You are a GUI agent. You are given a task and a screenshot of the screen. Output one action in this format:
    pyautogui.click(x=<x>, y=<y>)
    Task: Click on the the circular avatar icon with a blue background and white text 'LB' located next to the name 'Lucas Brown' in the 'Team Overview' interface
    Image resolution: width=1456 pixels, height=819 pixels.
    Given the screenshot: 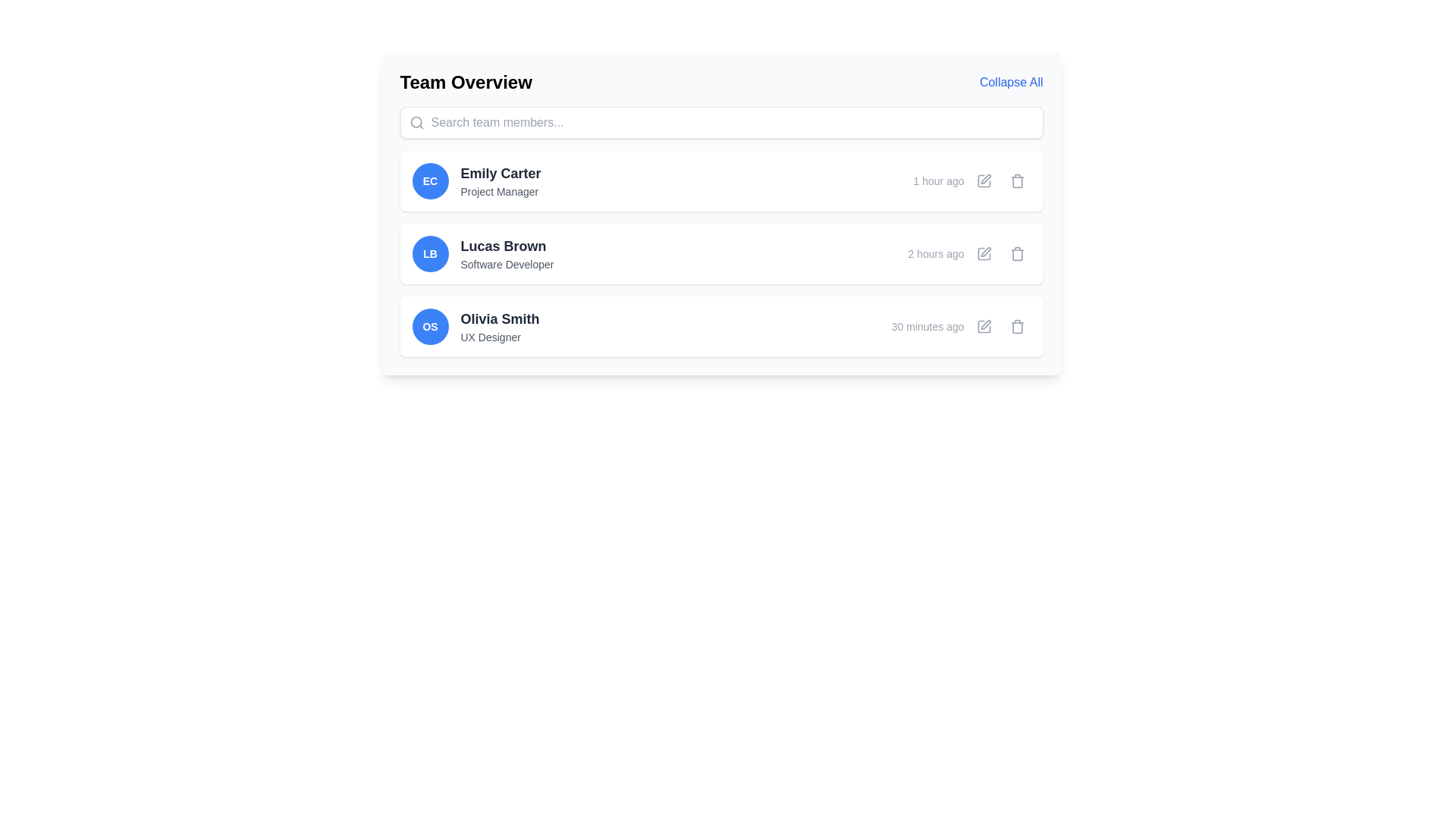 What is the action you would take?
    pyautogui.click(x=429, y=253)
    